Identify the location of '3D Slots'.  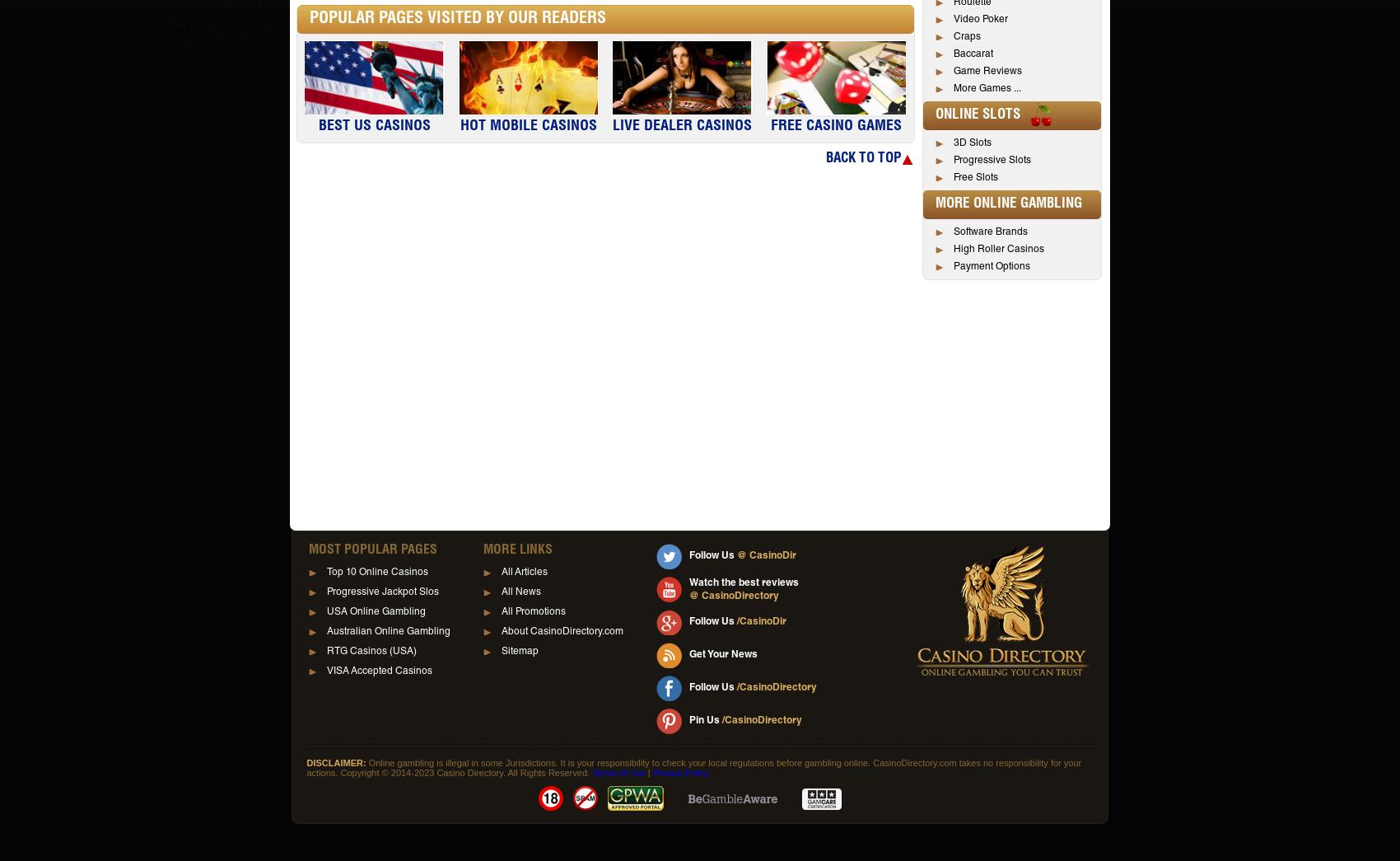
(971, 142).